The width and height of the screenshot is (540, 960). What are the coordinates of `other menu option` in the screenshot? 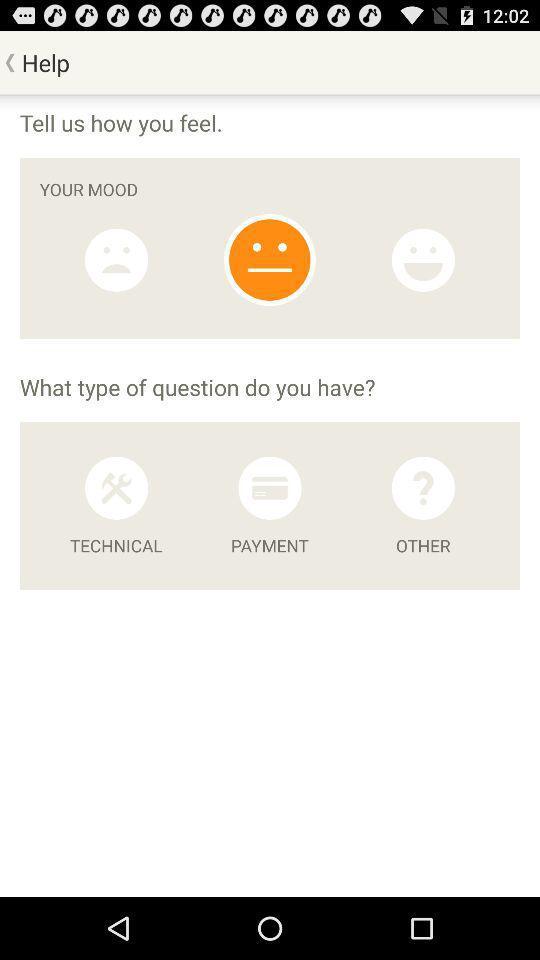 It's located at (422, 487).